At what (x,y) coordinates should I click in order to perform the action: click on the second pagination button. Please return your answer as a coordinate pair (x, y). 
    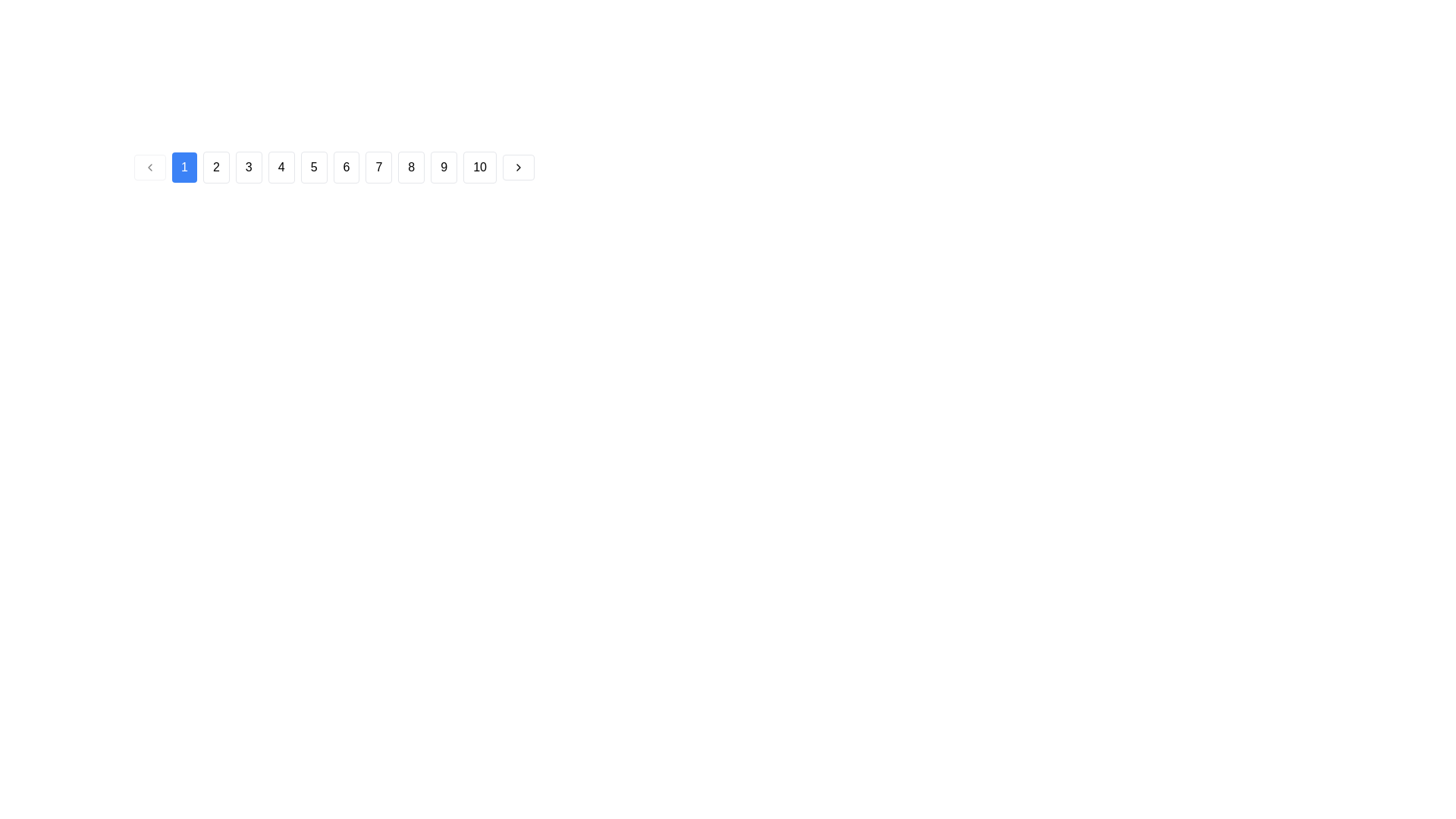
    Looking at the image, I should click on (215, 167).